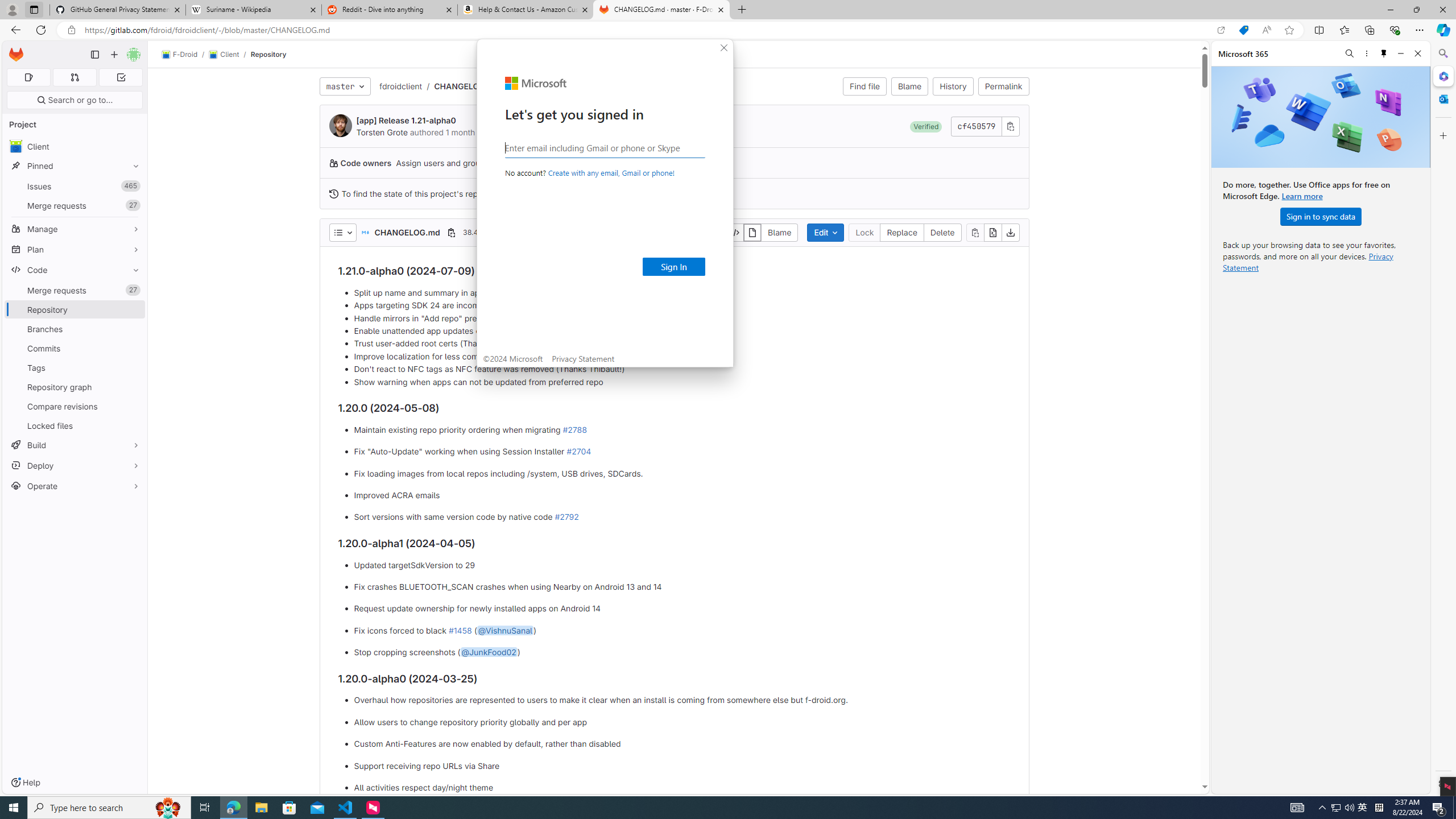 This screenshot has height=819, width=1456. Describe the element at coordinates (133, 425) in the screenshot. I see `'Pin Locked files'` at that location.